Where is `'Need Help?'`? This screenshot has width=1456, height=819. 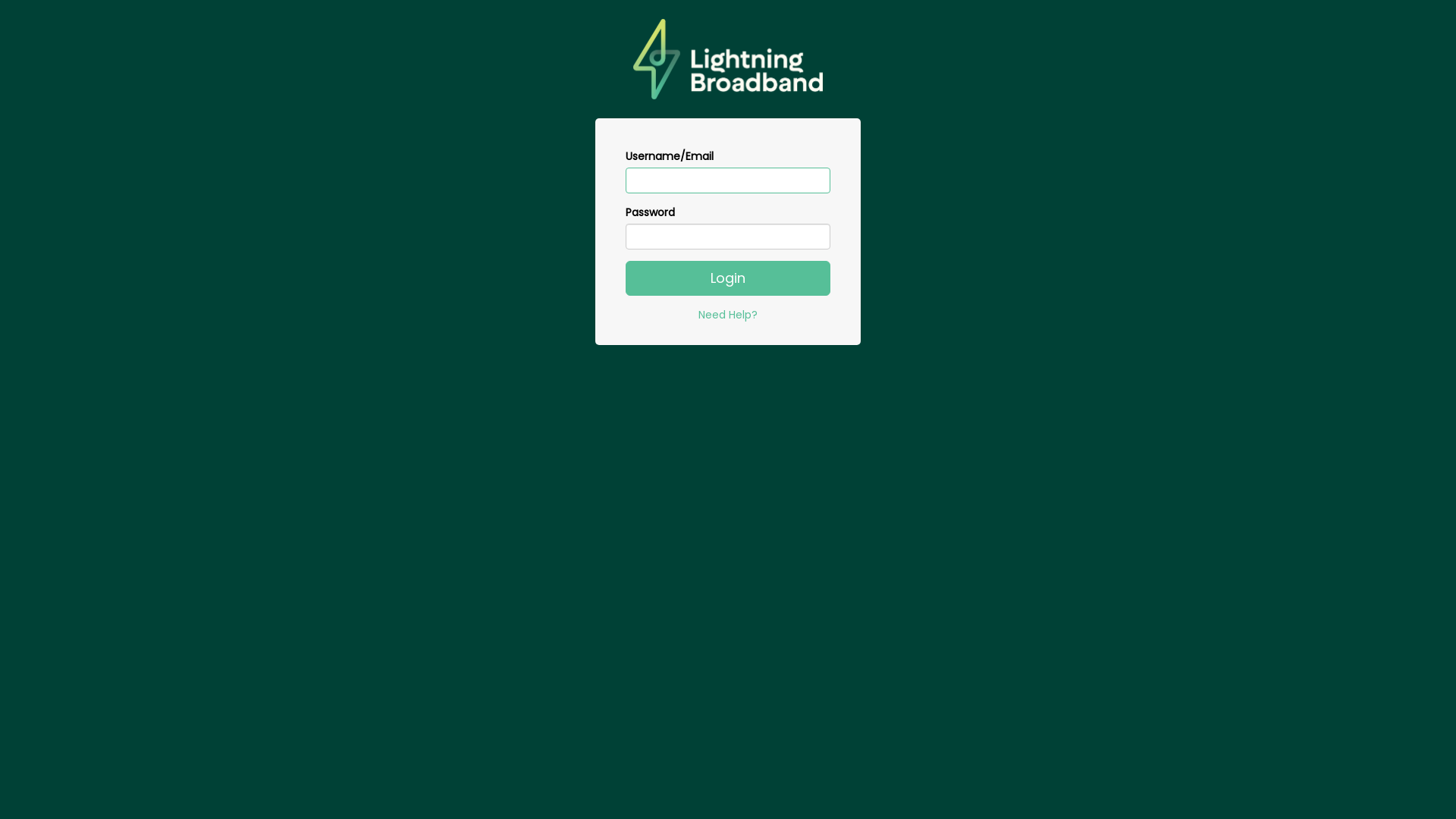 'Need Help?' is located at coordinates (728, 314).